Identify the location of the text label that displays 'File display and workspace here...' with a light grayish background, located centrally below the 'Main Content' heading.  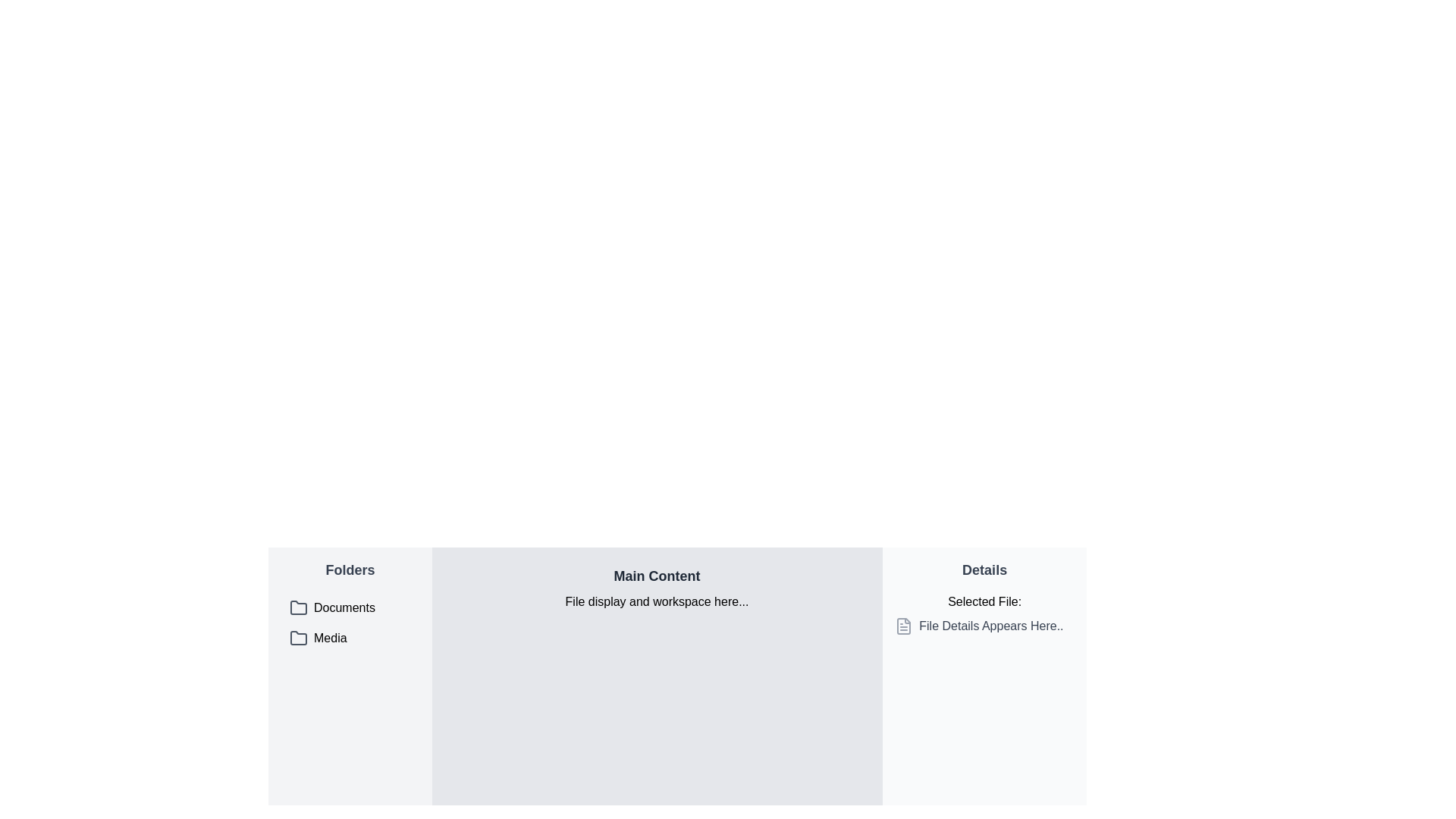
(657, 601).